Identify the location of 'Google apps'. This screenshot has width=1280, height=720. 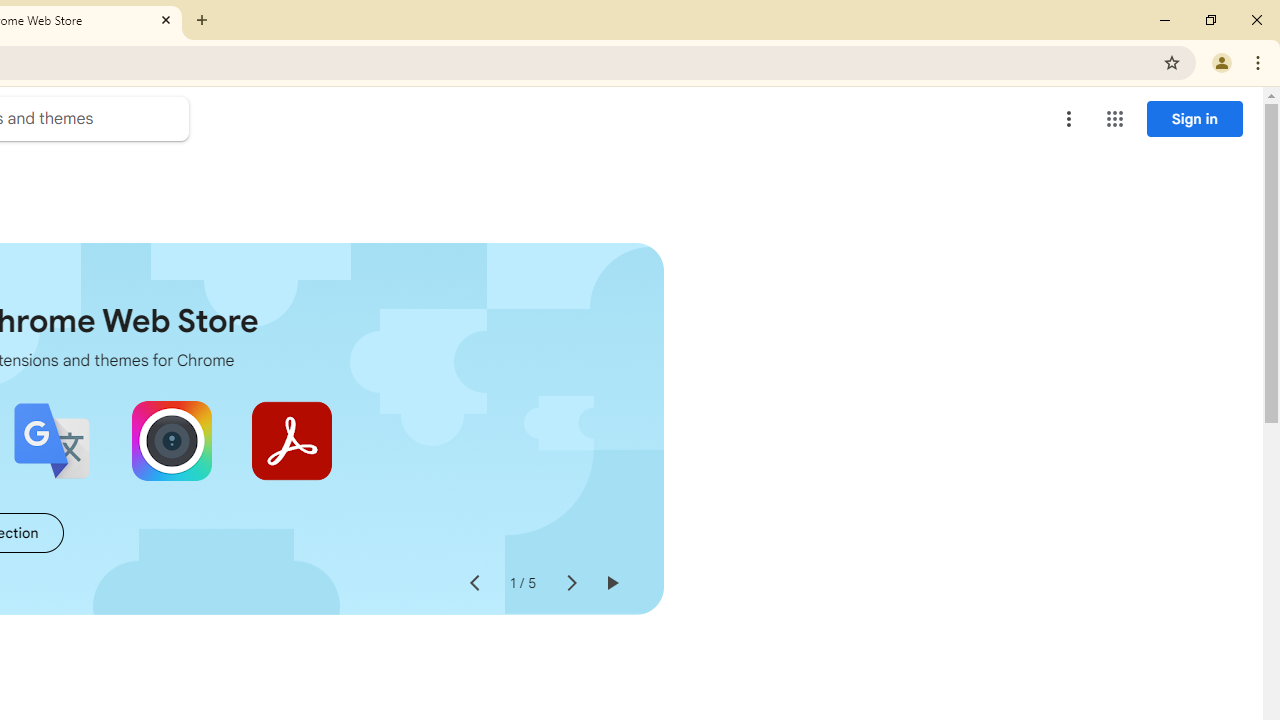
(1113, 119).